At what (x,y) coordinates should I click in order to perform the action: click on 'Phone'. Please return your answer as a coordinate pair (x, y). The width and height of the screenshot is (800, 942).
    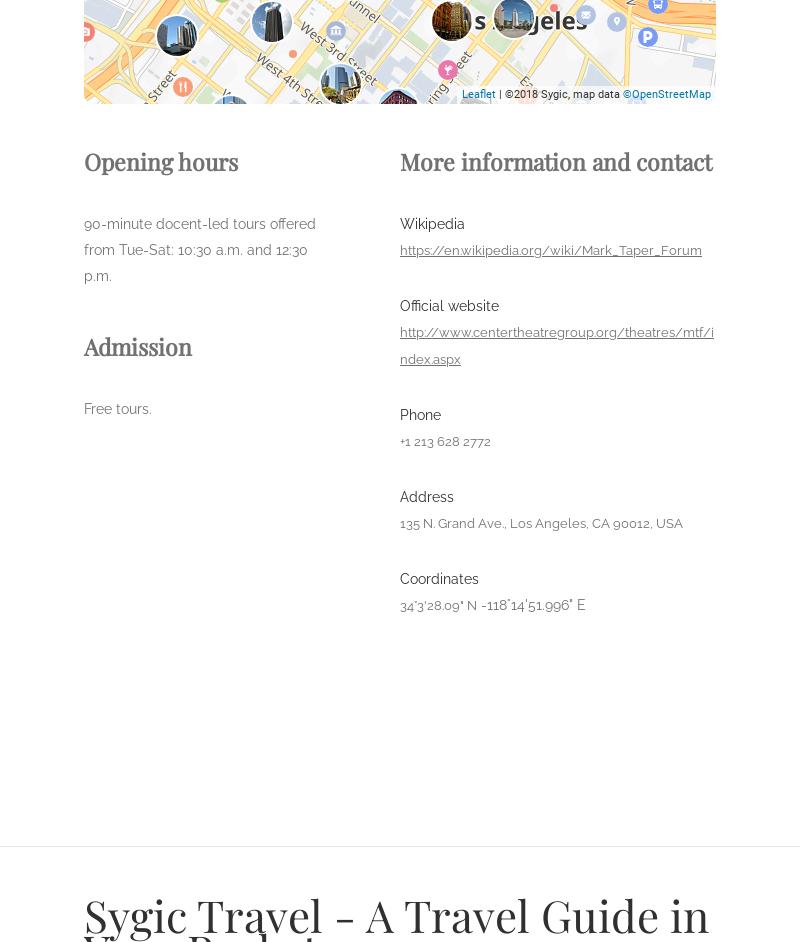
    Looking at the image, I should click on (420, 415).